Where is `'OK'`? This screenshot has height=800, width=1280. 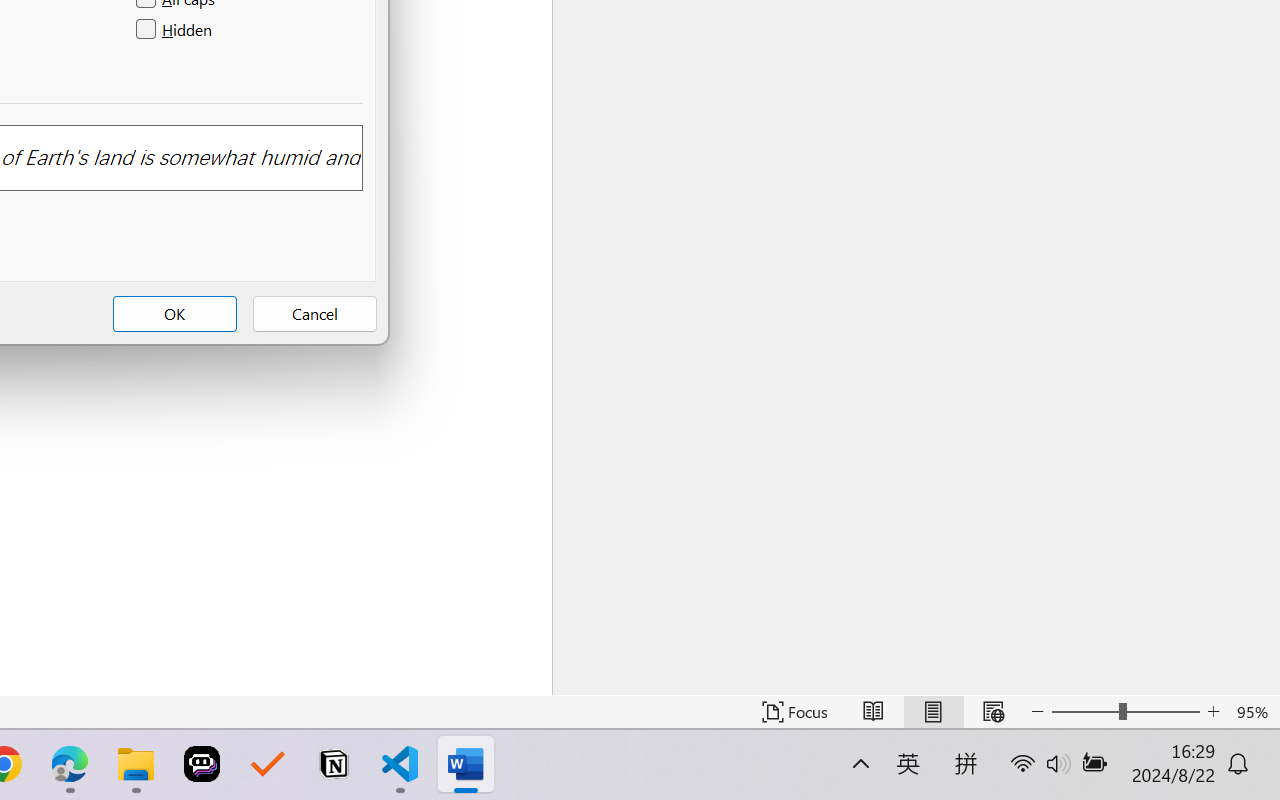 'OK' is located at coordinates (175, 313).